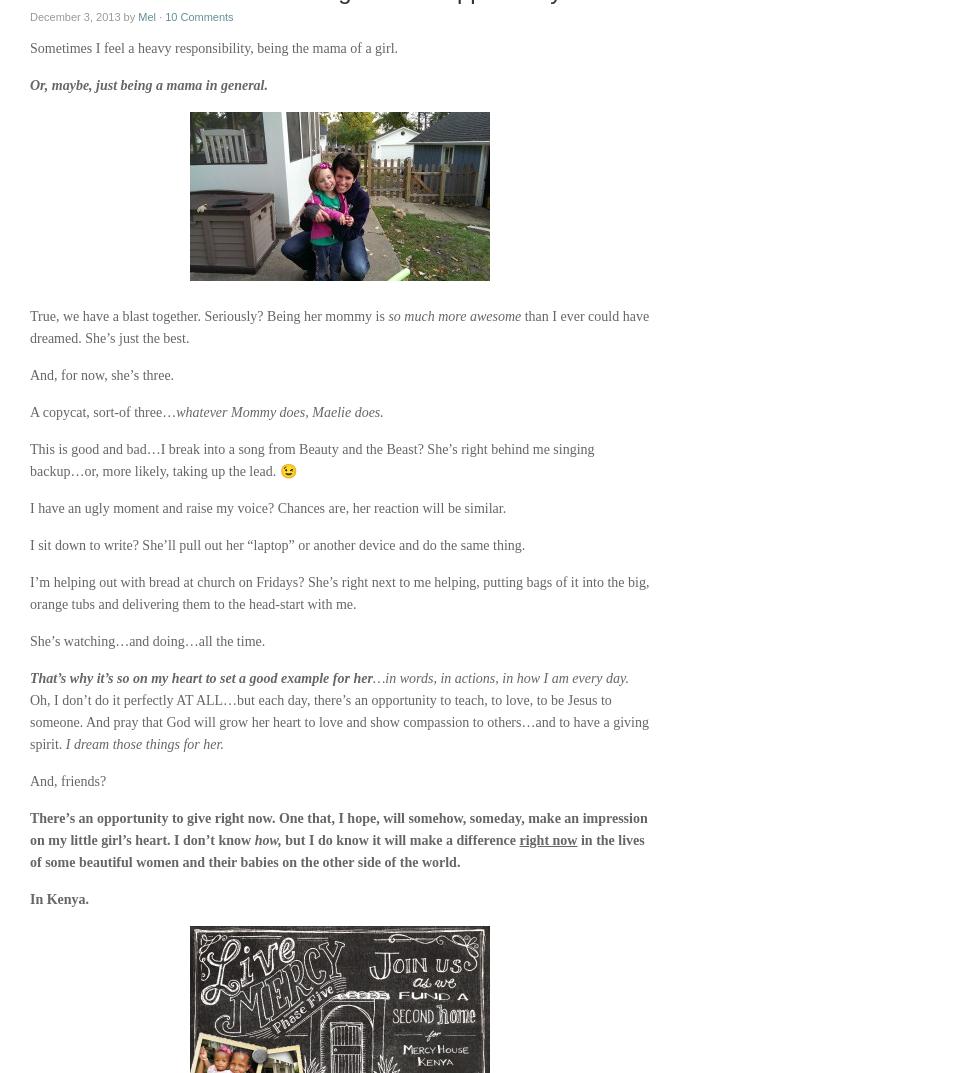 The image size is (965, 1073). What do you see at coordinates (74, 15) in the screenshot?
I see `'December 3, 2013'` at bounding box center [74, 15].